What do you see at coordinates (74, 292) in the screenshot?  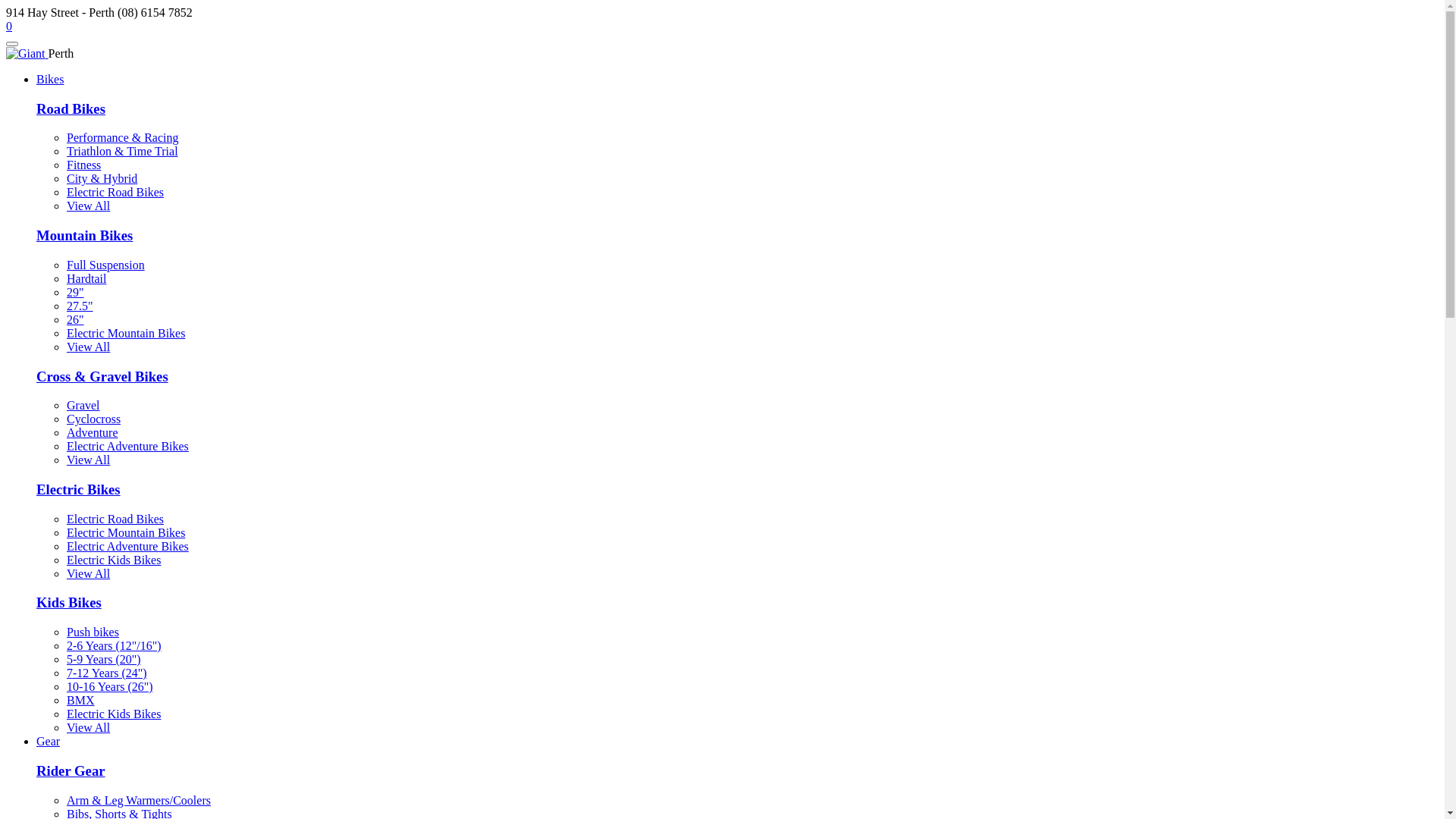 I see `'29"'` at bounding box center [74, 292].